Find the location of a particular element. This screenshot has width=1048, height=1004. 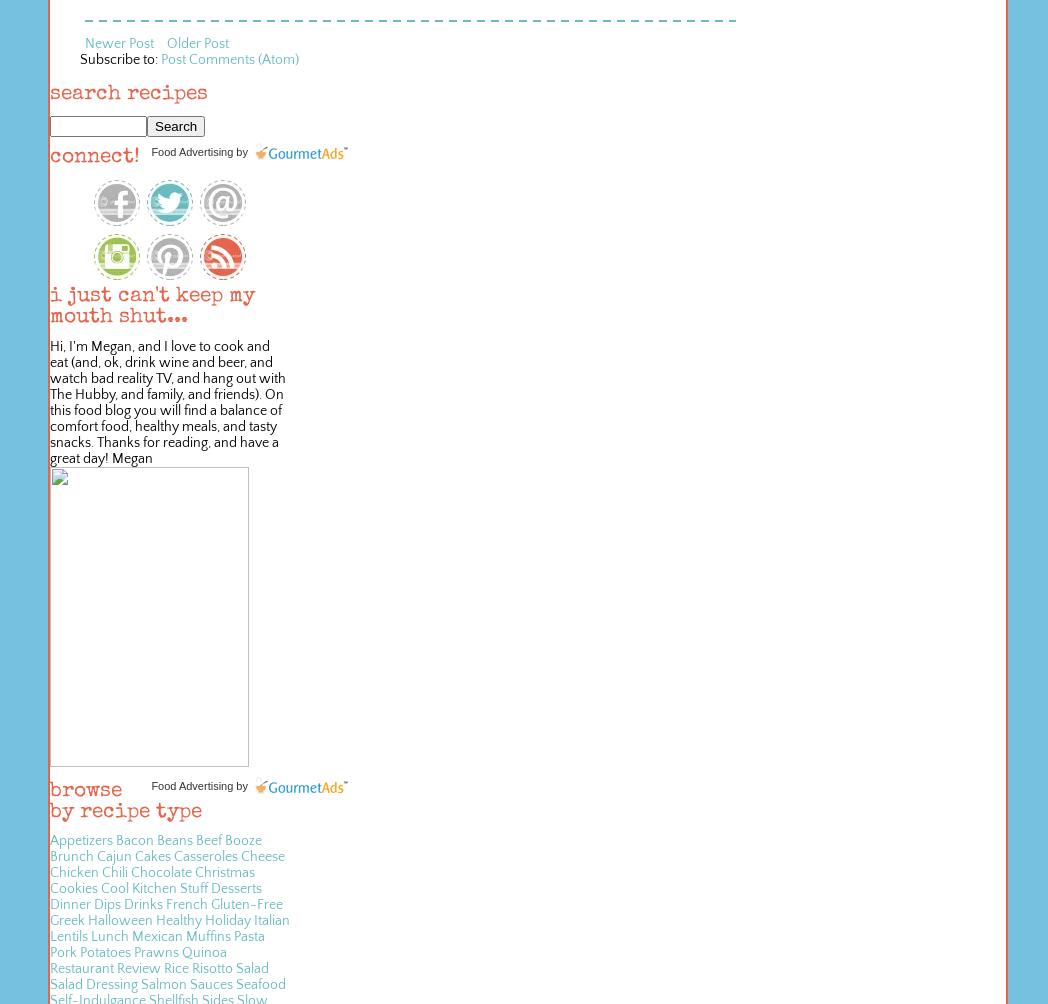

'Lentils' is located at coordinates (68, 936).